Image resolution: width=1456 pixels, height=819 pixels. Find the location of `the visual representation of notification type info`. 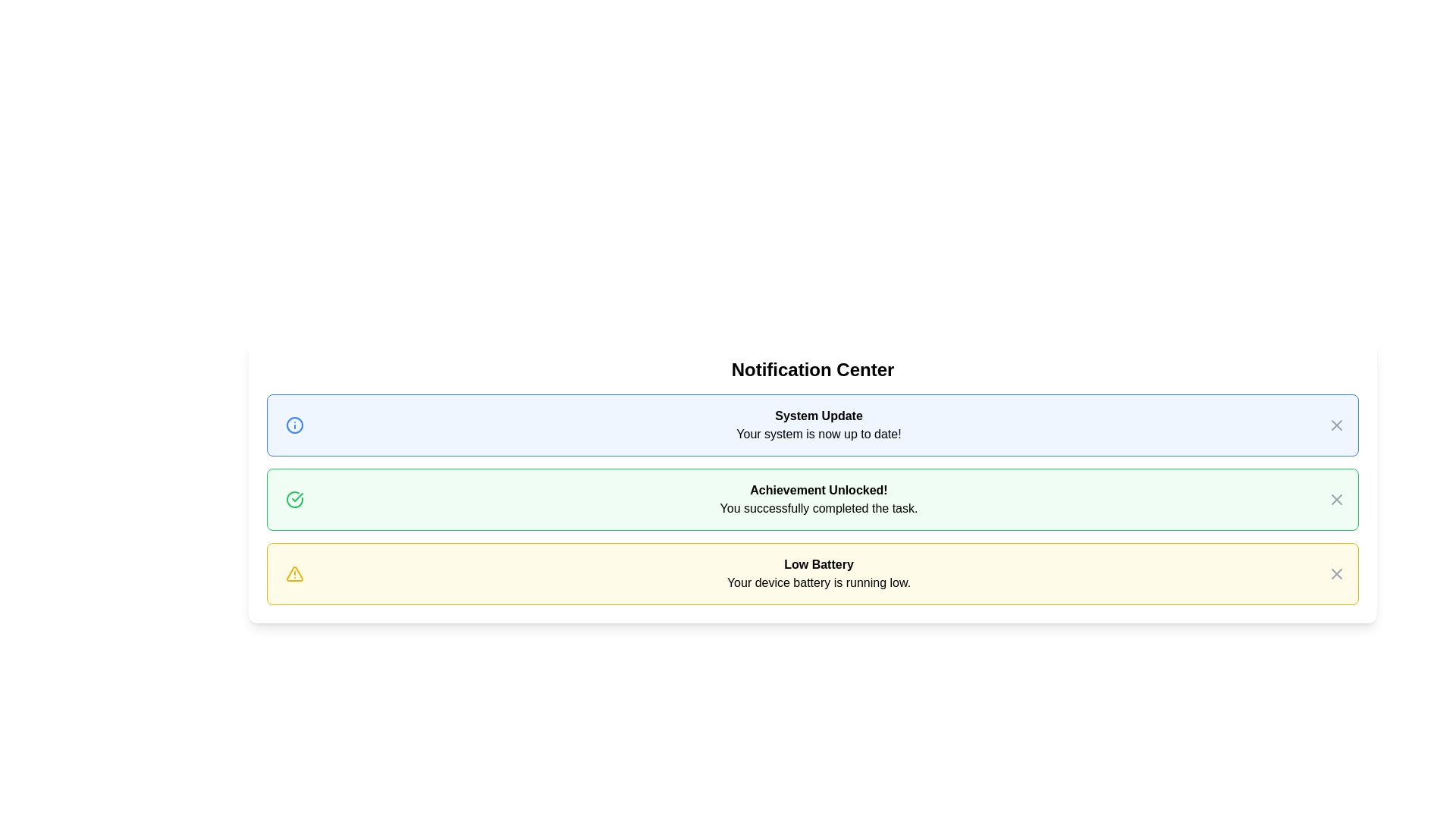

the visual representation of notification type info is located at coordinates (294, 425).